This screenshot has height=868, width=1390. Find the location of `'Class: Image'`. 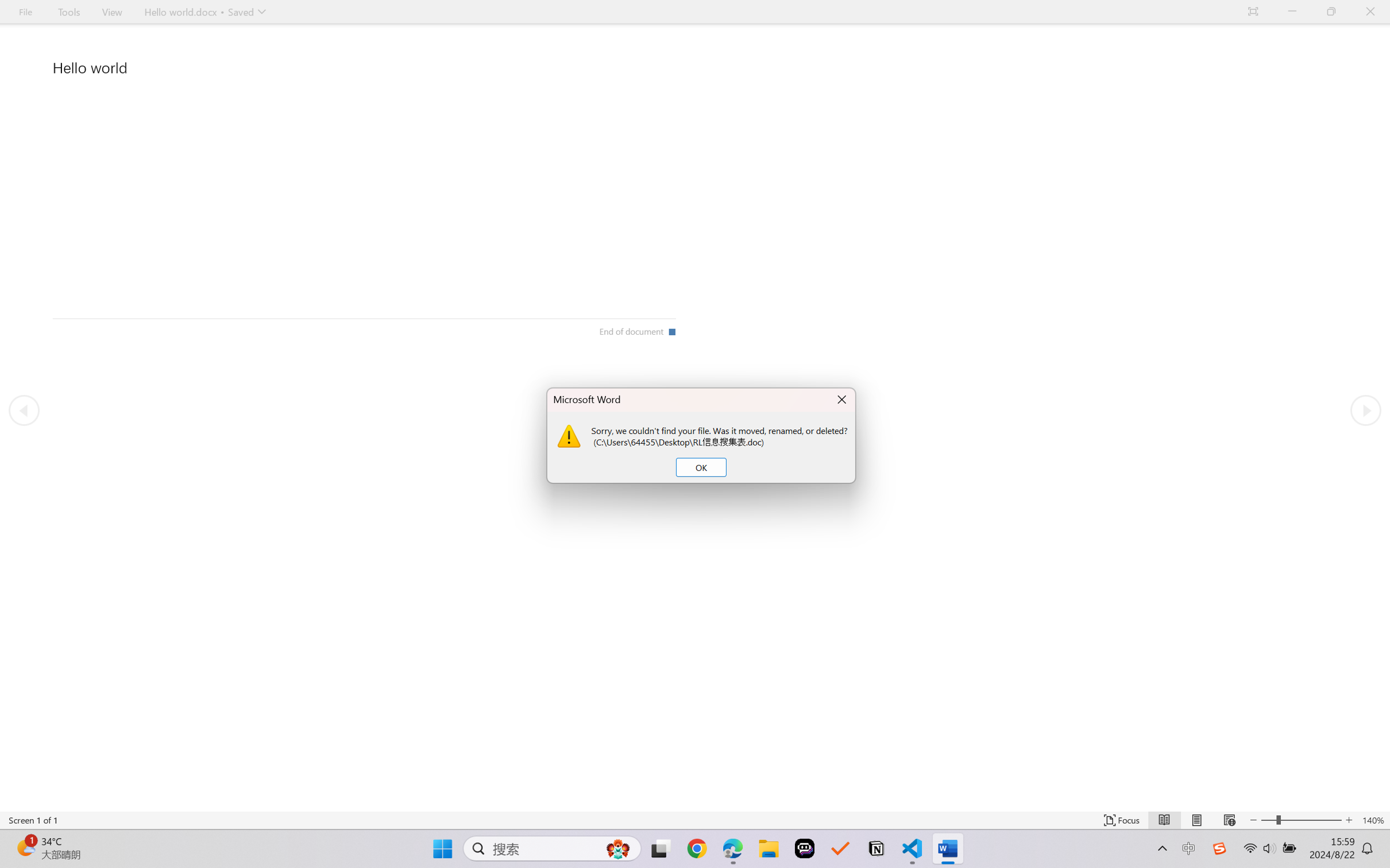

'Class: Image' is located at coordinates (1219, 848).